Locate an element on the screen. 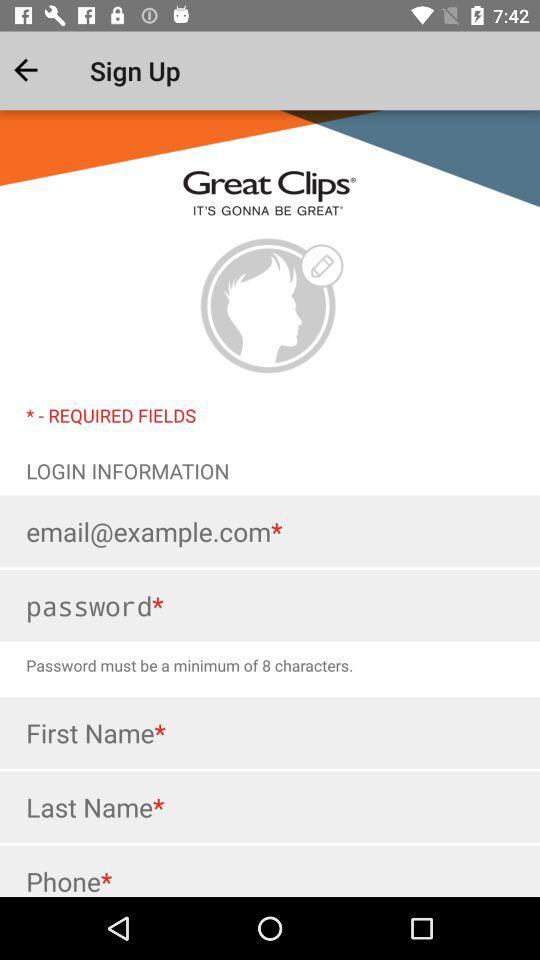 The image size is (540, 960). input first name is located at coordinates (270, 731).